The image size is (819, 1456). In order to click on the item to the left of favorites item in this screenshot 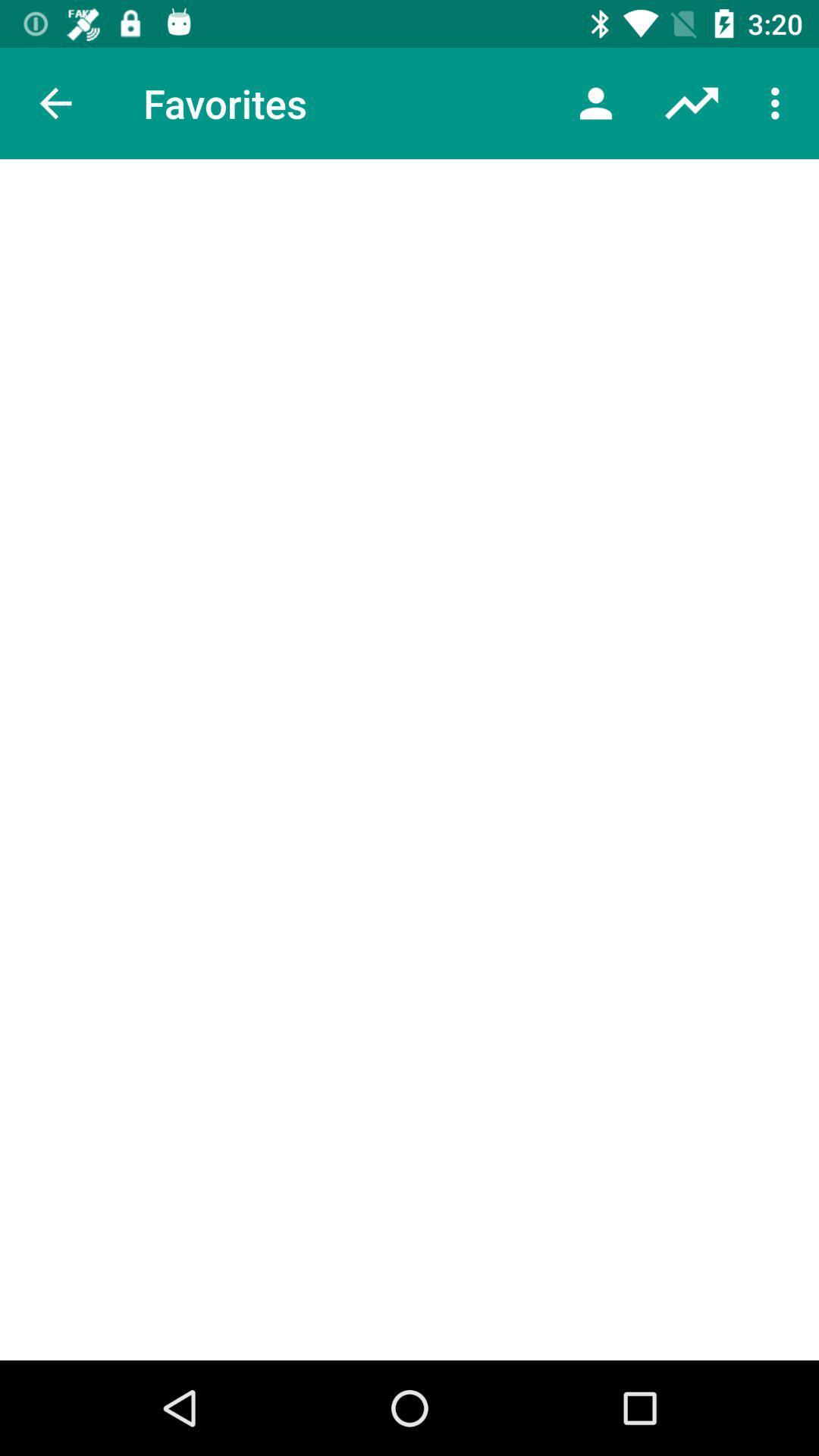, I will do `click(55, 102)`.